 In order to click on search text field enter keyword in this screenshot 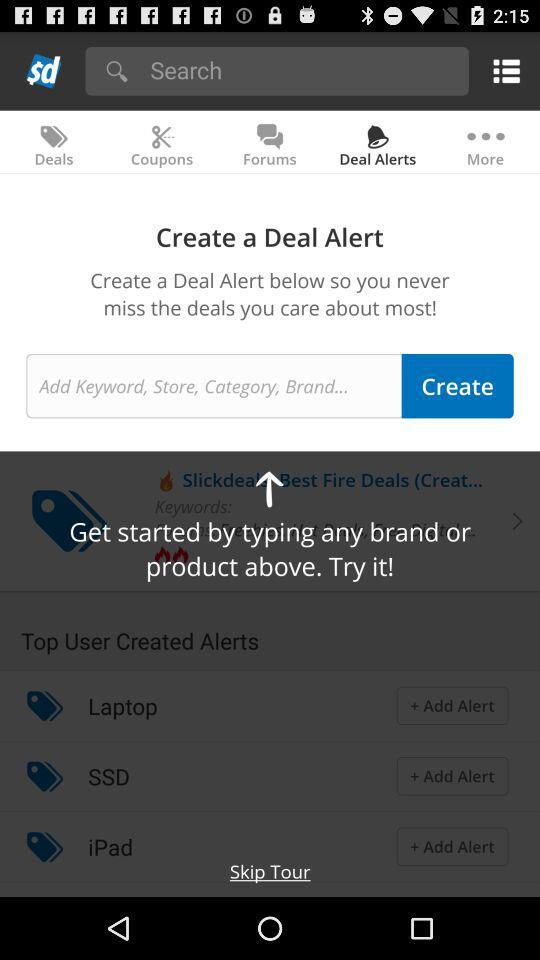, I will do `click(212, 384)`.